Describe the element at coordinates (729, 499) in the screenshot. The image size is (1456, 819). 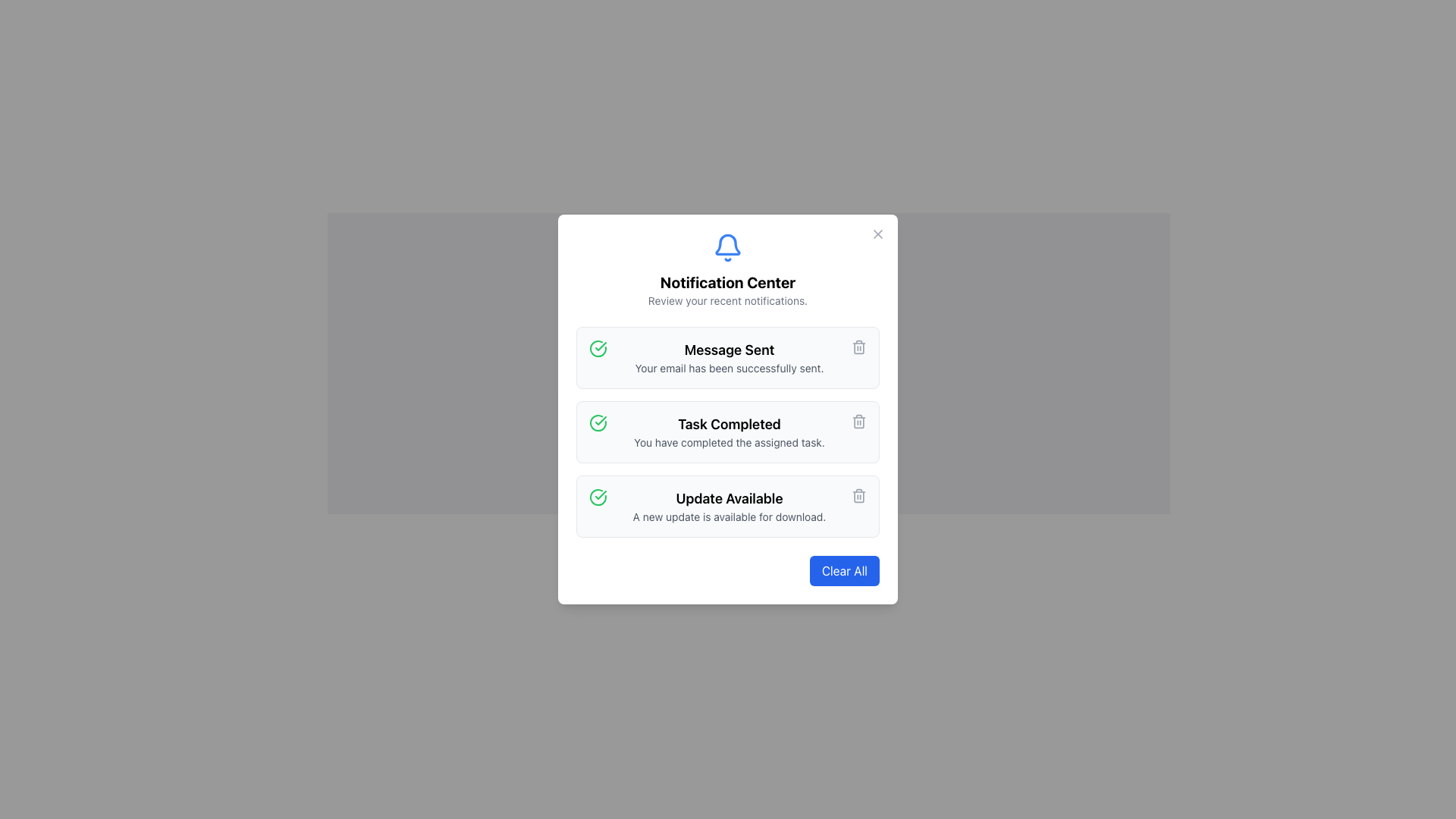
I see `the text label that reads 'Update Available', which is styled in large, bold font and located in the third row of the notification card` at that location.